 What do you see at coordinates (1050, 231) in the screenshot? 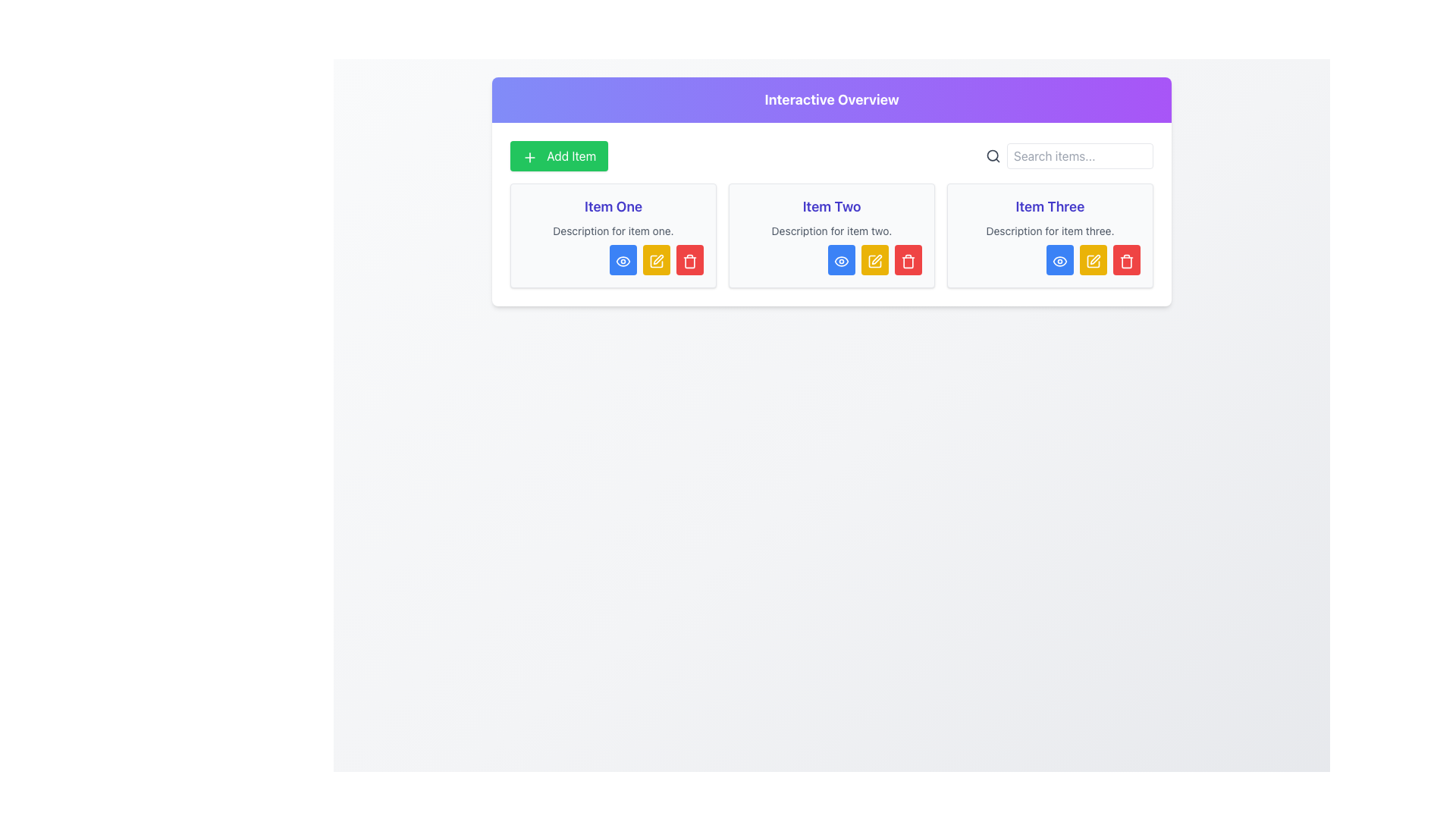
I see `the text label displaying 'Description for item three.' located below the title 'Item Three' in the panel` at bounding box center [1050, 231].